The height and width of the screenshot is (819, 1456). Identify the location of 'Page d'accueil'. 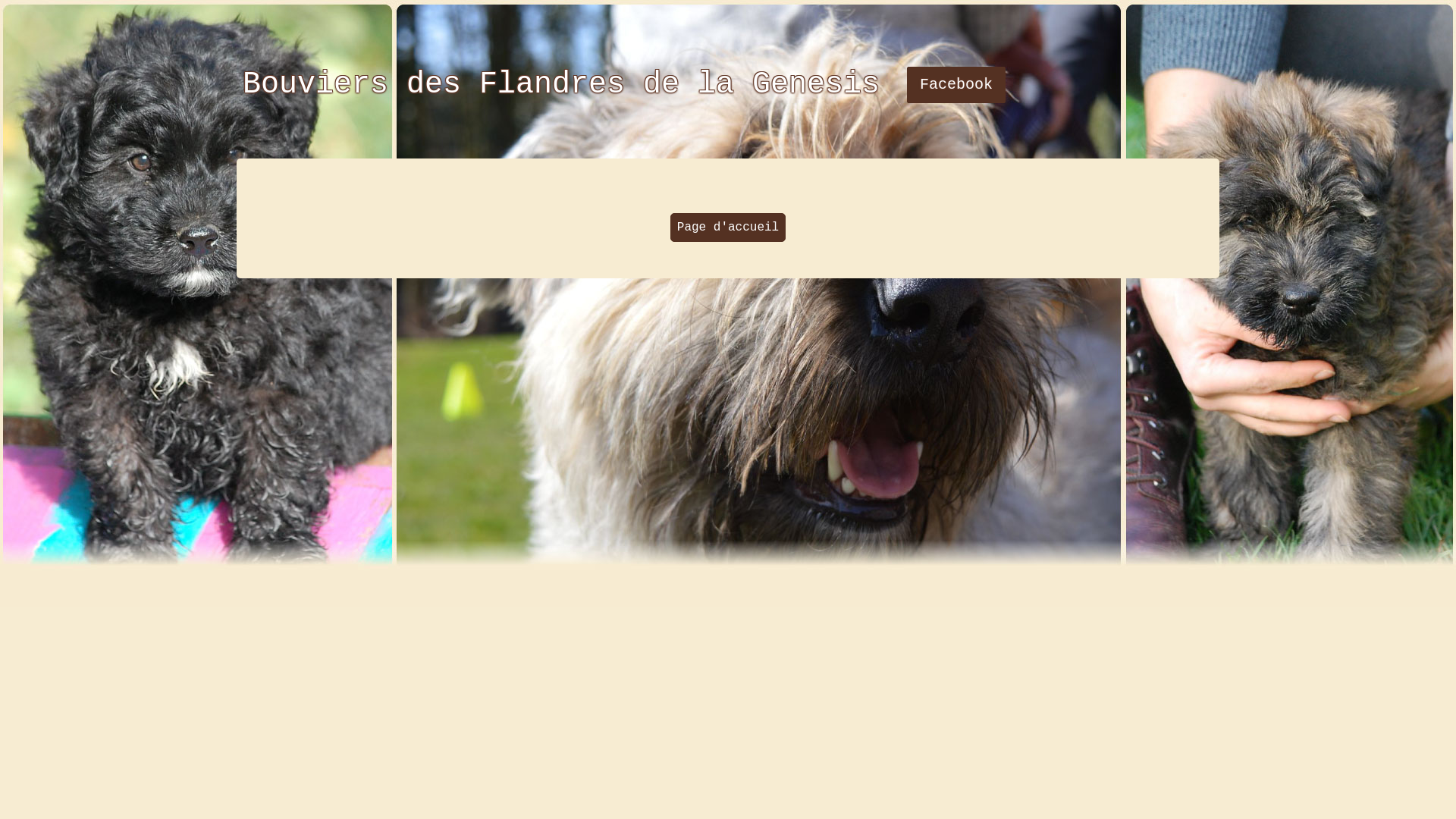
(728, 227).